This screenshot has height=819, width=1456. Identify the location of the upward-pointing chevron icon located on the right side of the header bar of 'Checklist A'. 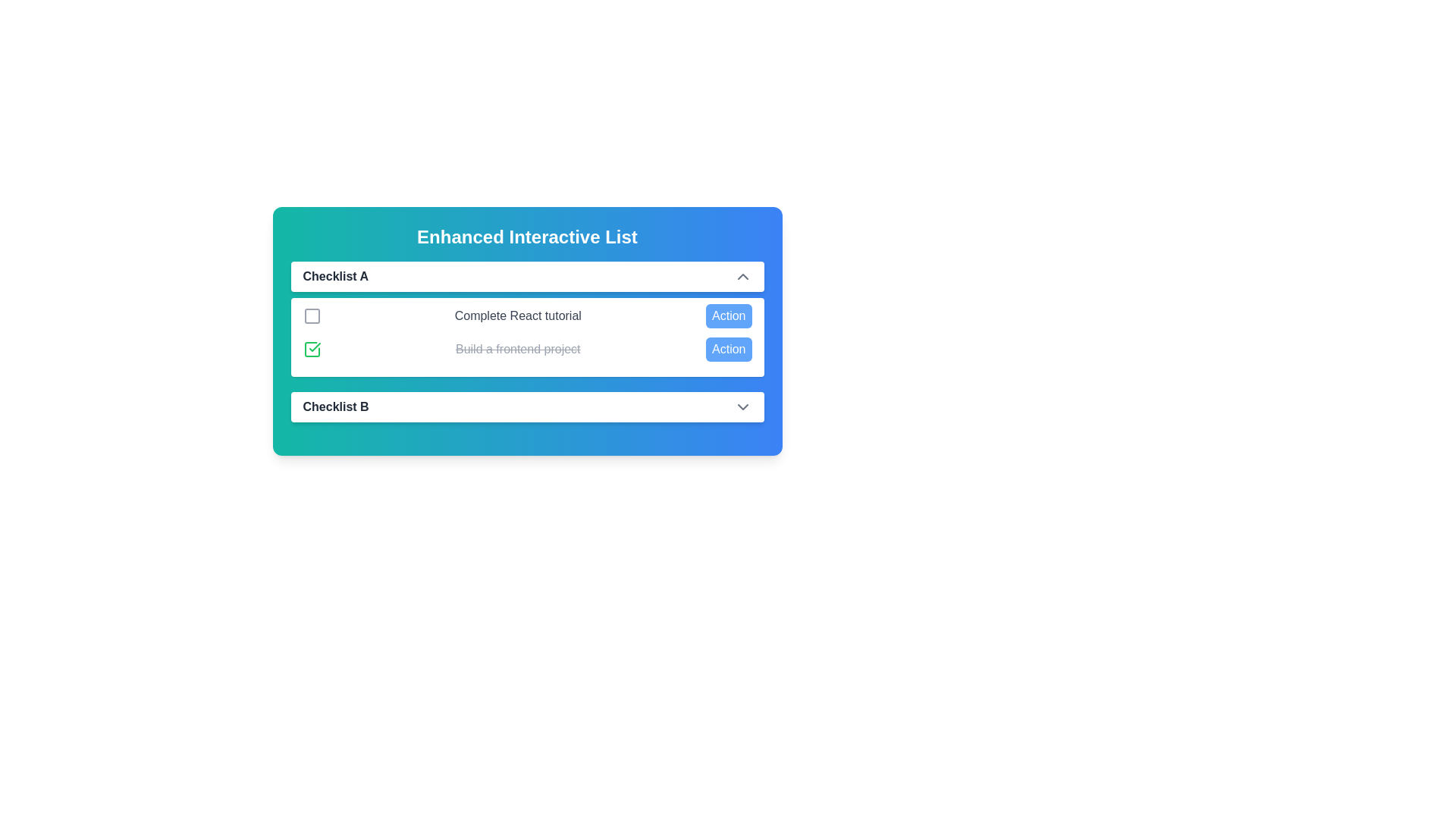
(742, 277).